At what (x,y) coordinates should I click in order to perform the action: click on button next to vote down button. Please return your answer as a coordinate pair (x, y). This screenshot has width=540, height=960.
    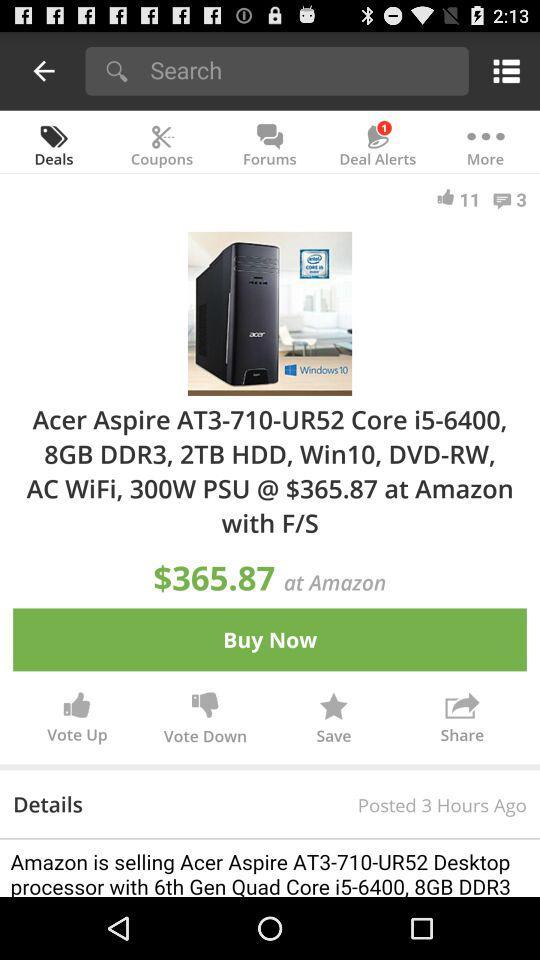
    Looking at the image, I should click on (333, 720).